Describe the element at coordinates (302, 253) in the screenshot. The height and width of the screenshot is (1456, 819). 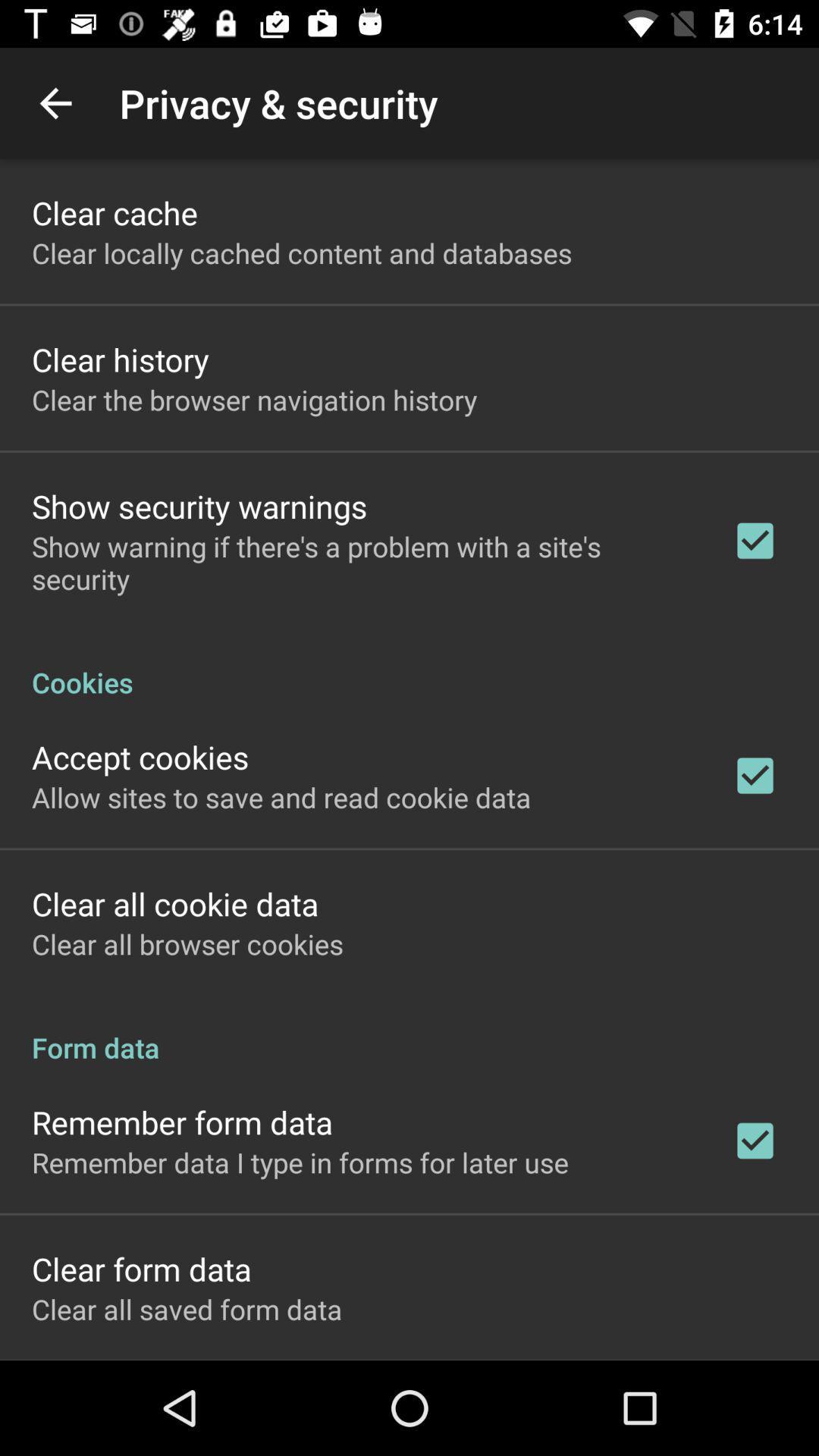
I see `clear locally cached` at that location.